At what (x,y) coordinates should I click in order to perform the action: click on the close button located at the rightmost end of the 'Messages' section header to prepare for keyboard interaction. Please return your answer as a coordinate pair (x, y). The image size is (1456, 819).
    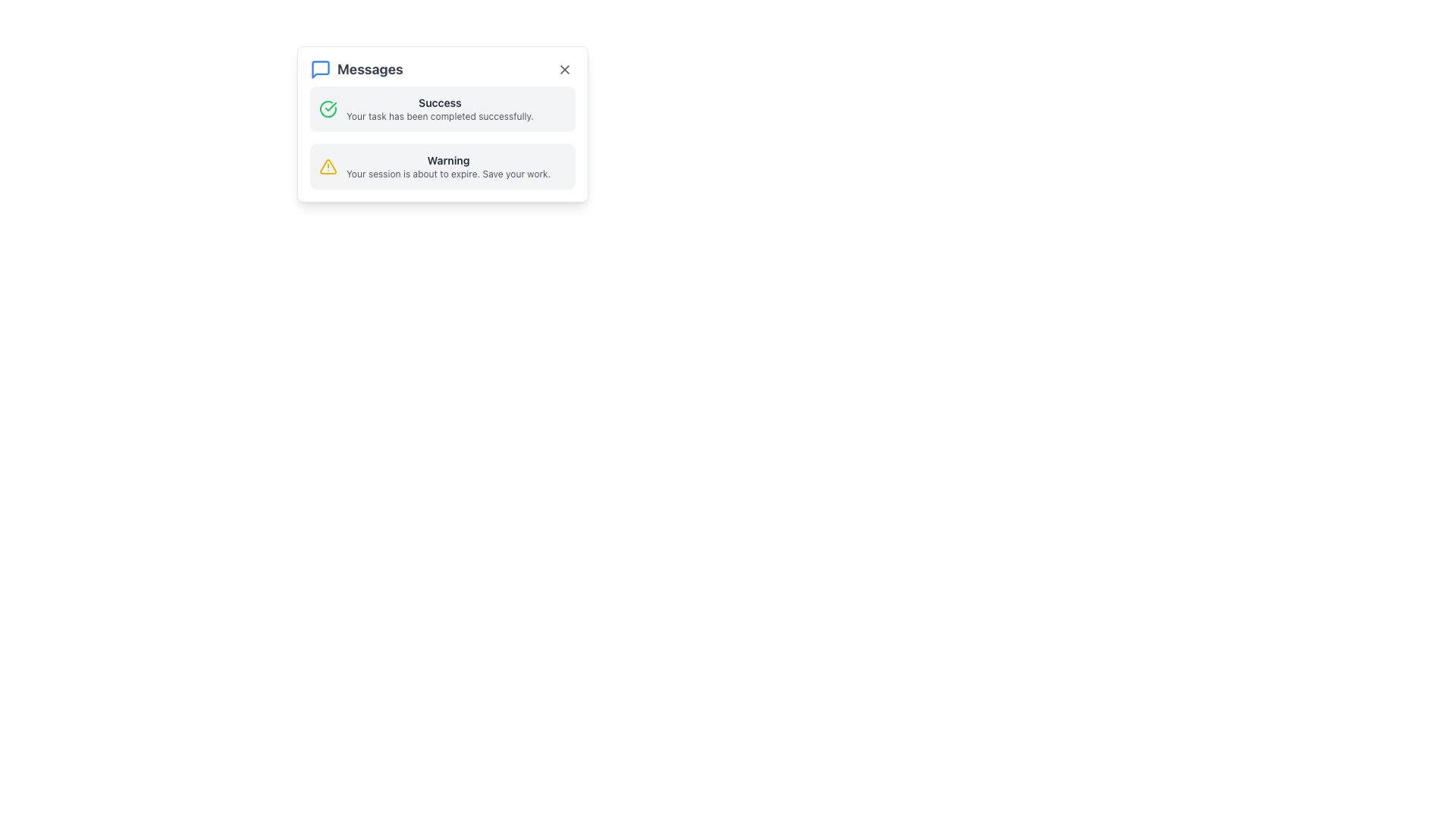
    Looking at the image, I should click on (563, 70).